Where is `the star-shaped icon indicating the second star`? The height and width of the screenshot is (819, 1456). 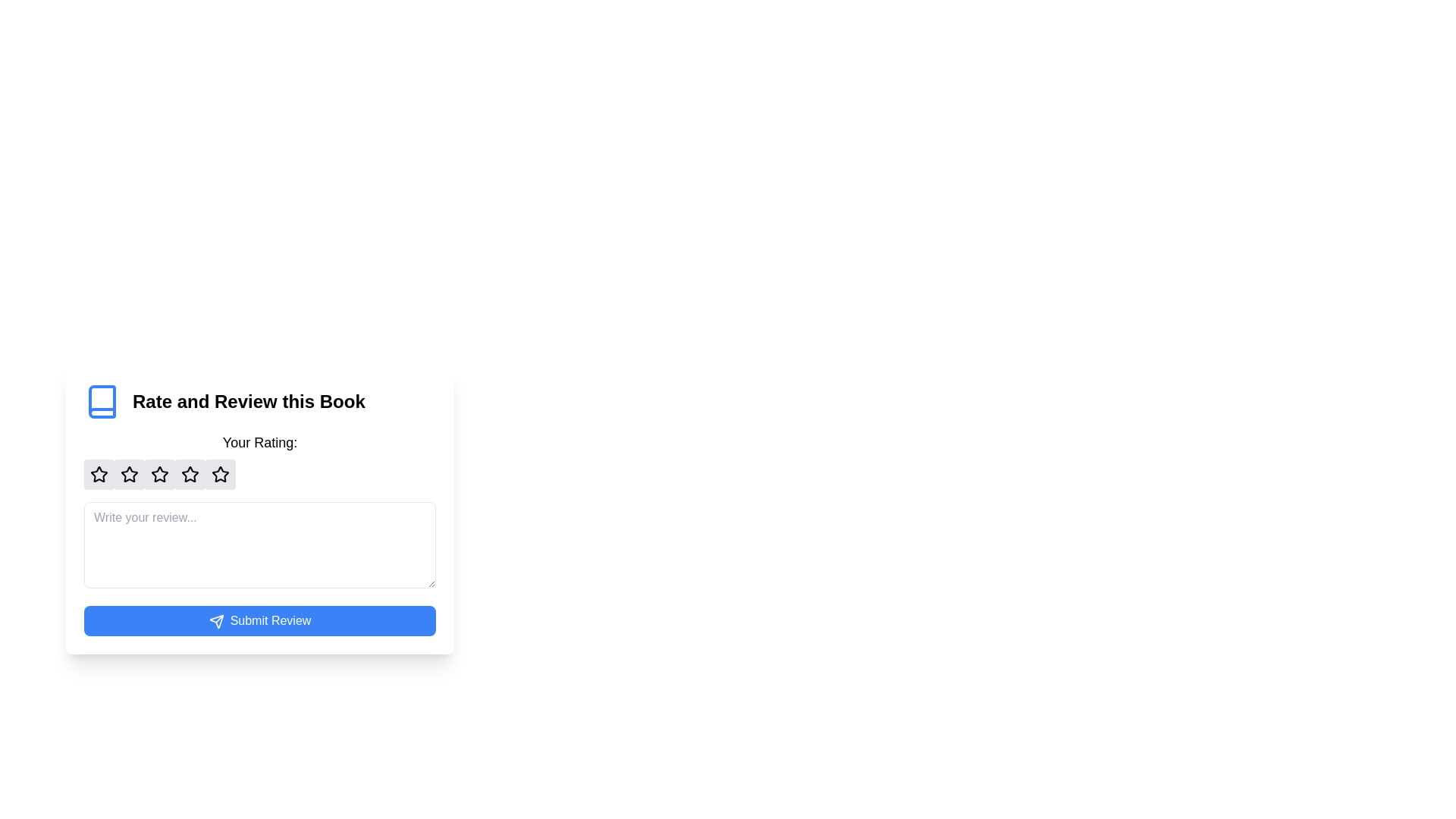
the star-shaped icon indicating the second star is located at coordinates (189, 473).